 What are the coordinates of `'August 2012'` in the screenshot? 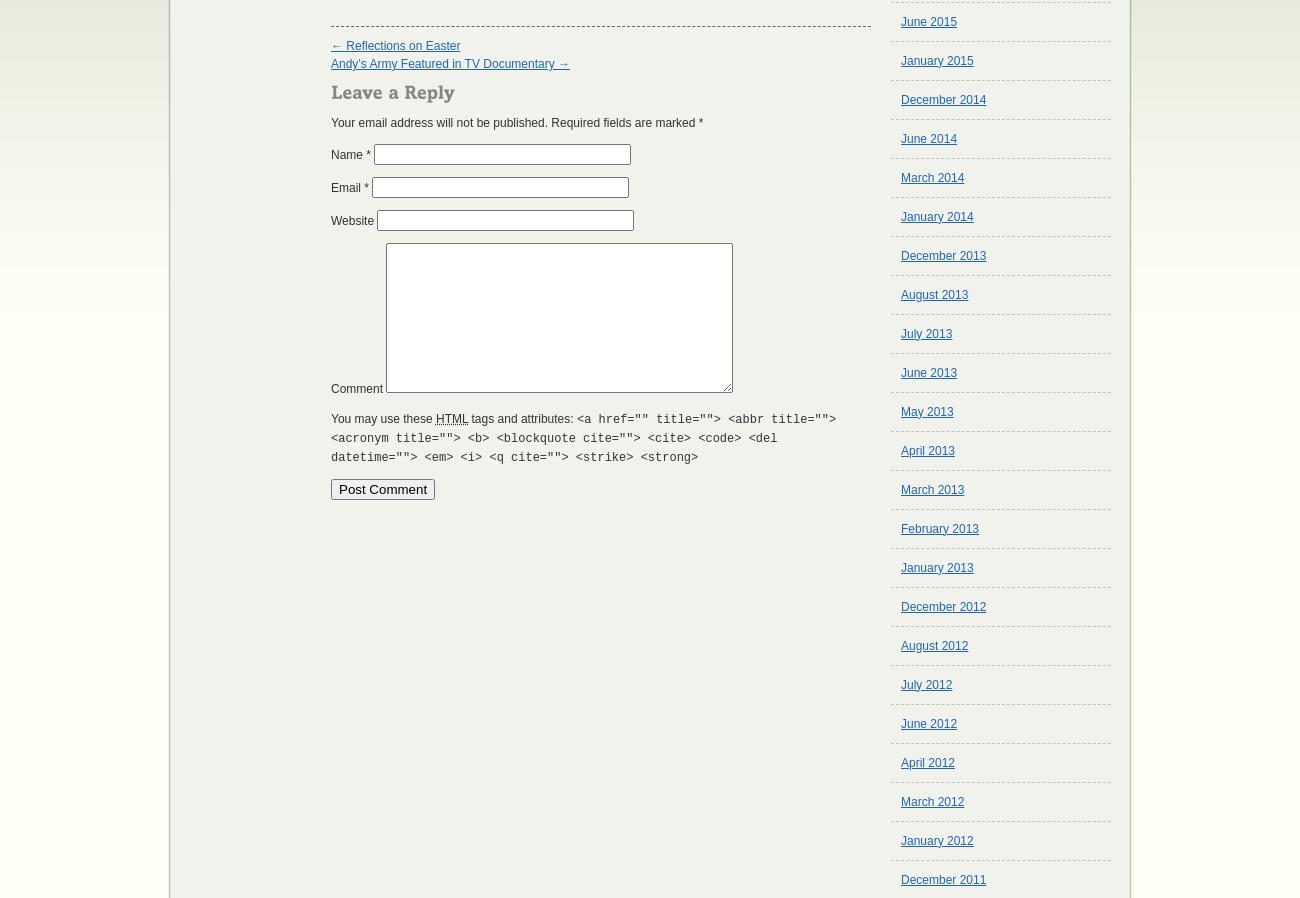 It's located at (934, 644).